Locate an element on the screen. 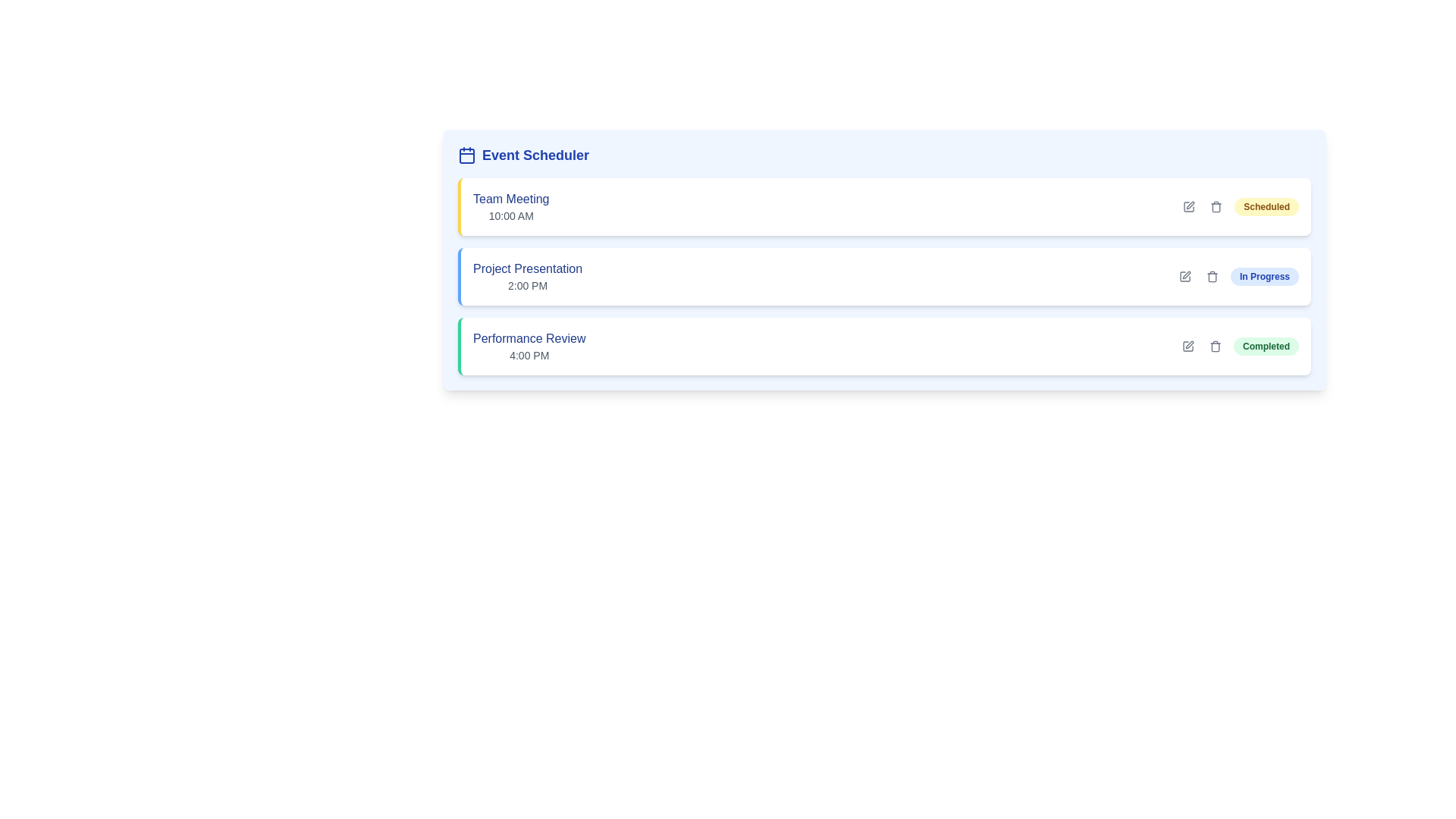 The width and height of the screenshot is (1456, 819). the calendar or scheduling icon located at the leftmost position within the 'Event Scheduler' group is located at coordinates (466, 155).